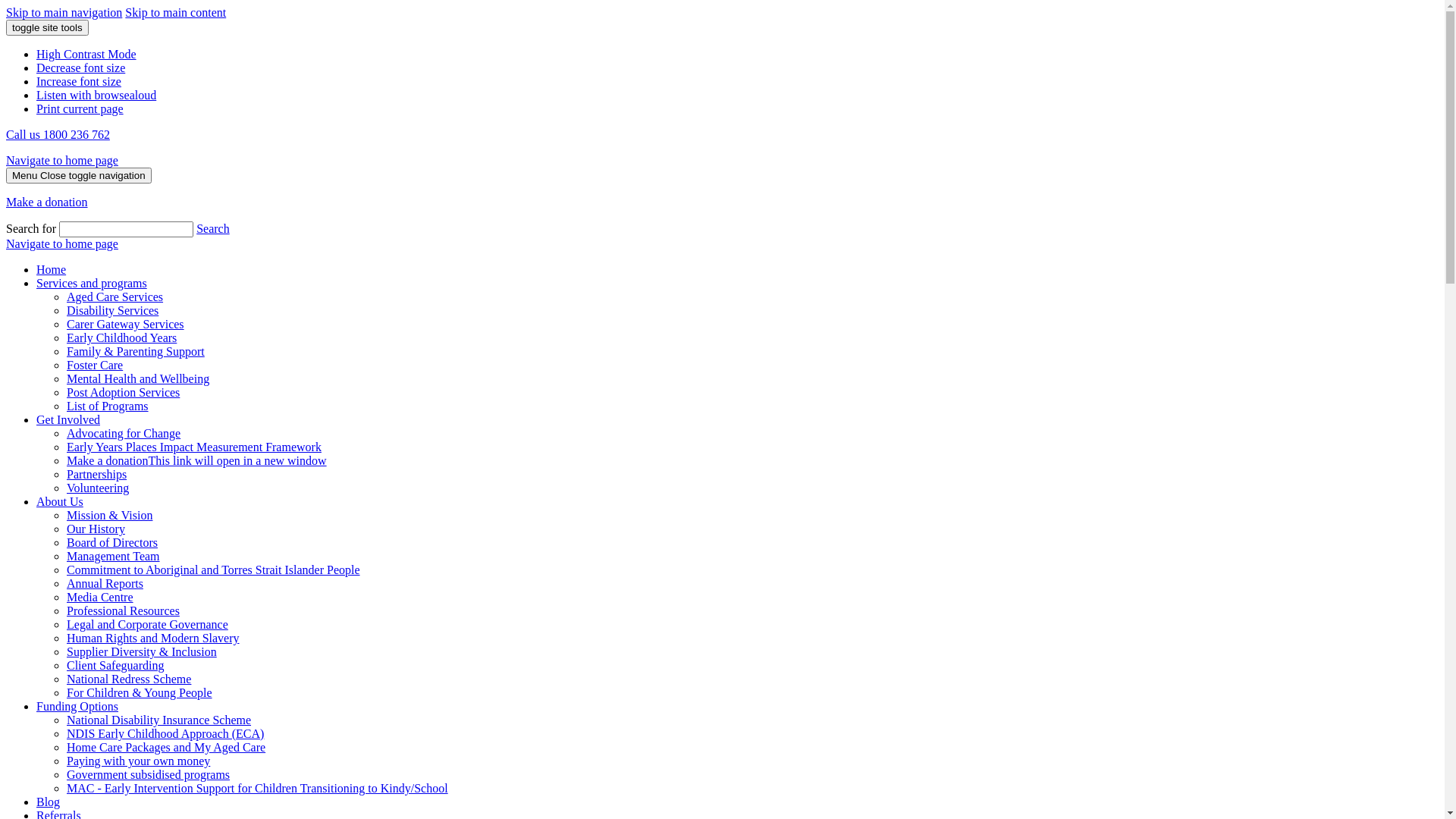  Describe the element at coordinates (63, 12) in the screenshot. I see `'Skip to main navigation'` at that location.